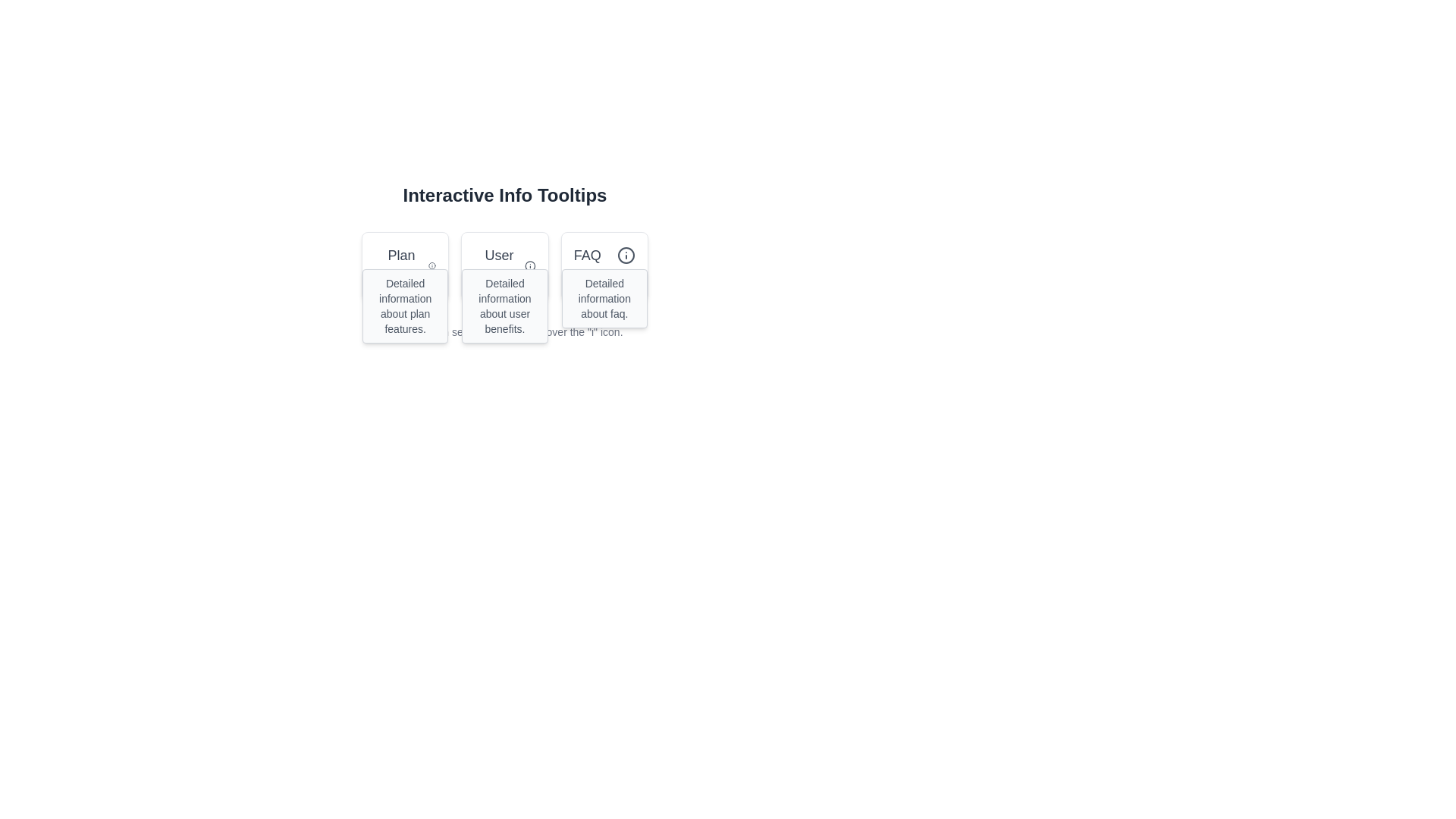 This screenshot has width=1456, height=819. I want to click on the Text Display that provides supplementary explanatory text regarding the 'FAQ' section, located directly below the 'FAQ' header and icon within the third card from the left, so click(604, 298).